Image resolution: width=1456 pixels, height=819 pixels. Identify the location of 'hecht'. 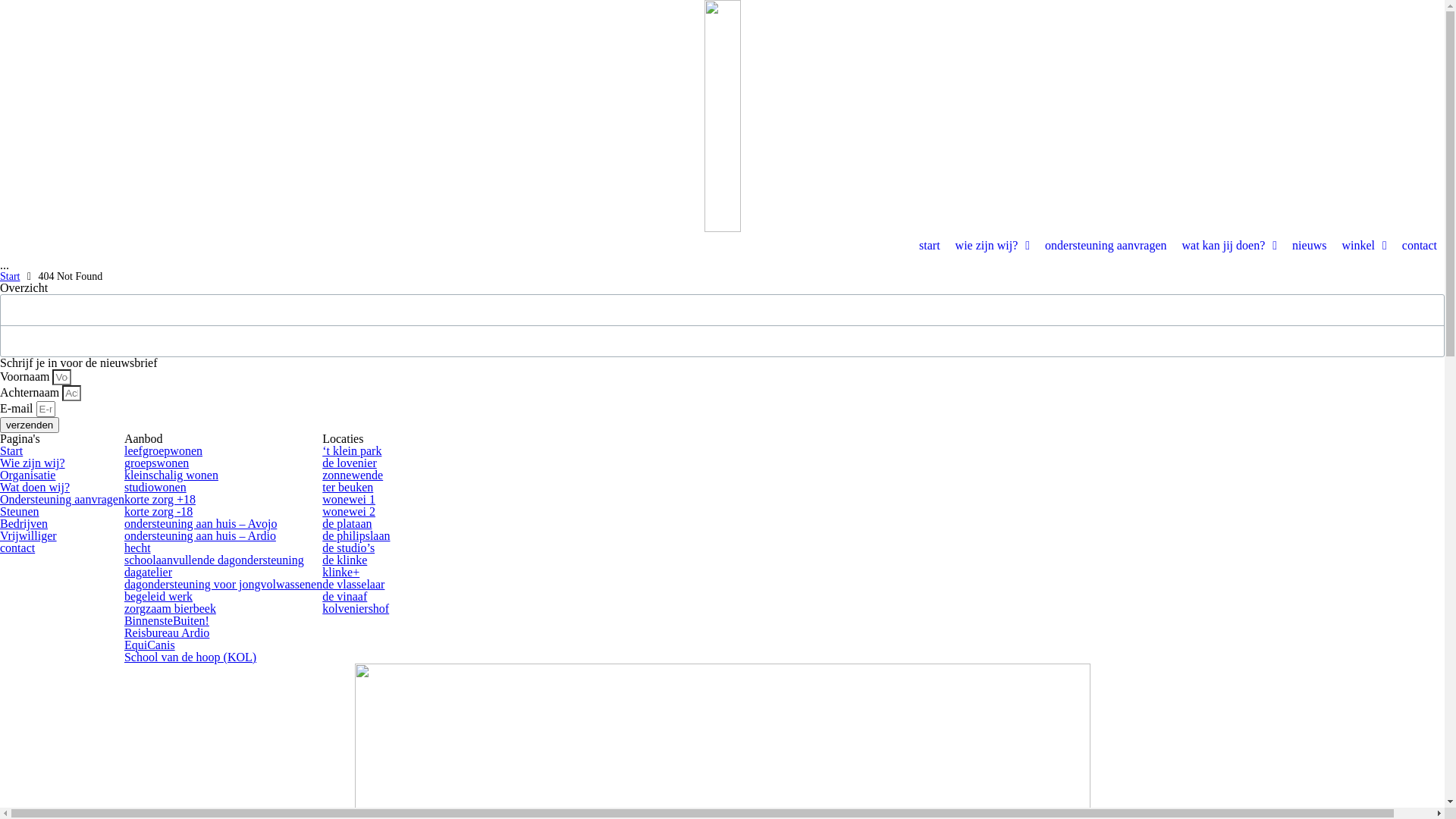
(137, 548).